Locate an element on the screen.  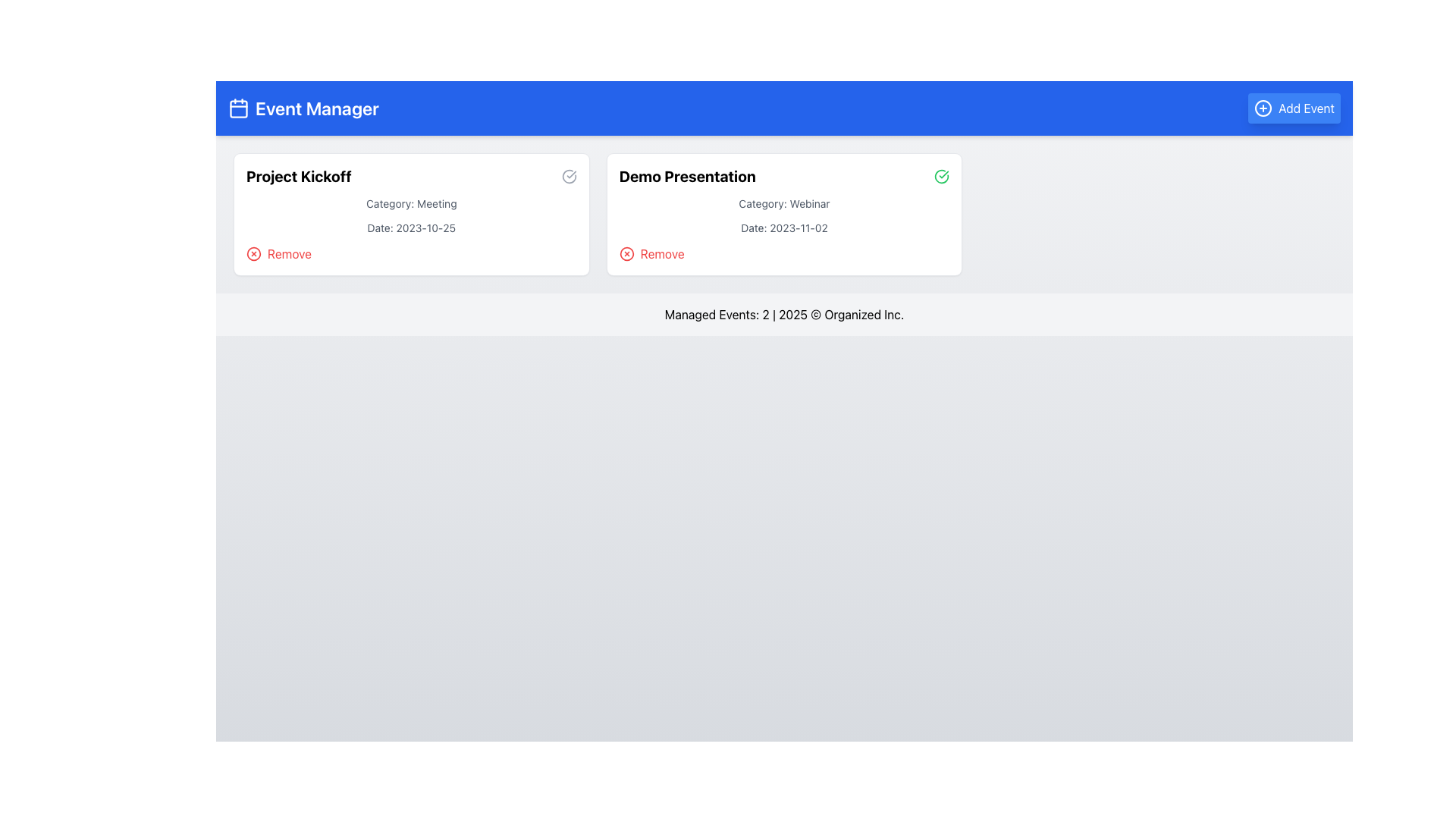
the verification or success indicator icon located at the top-right corner of the 'Demo Presentation' event card, adjacent to the event details block is located at coordinates (941, 175).